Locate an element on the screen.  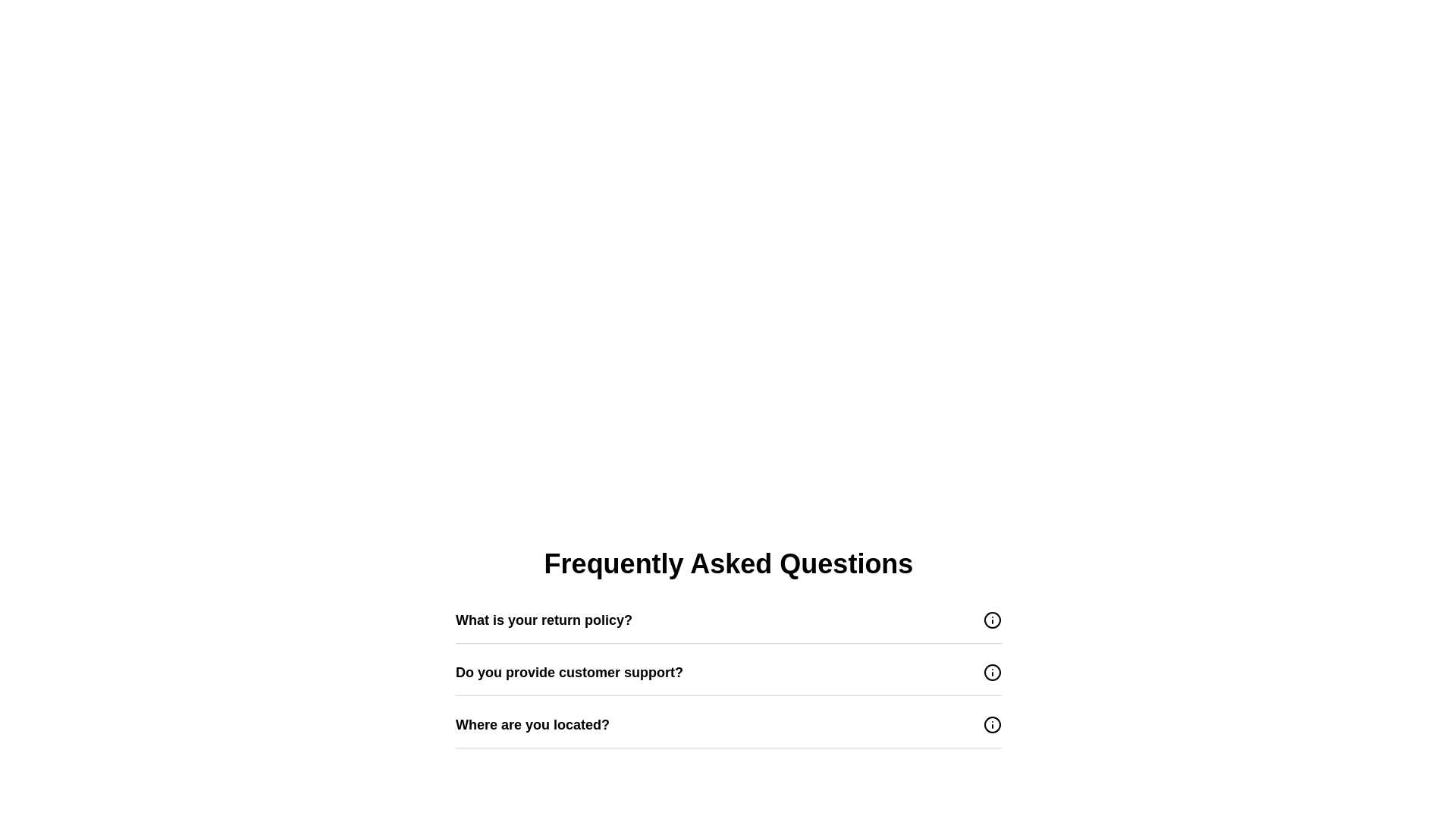
the circular element in the top-right corner of the first FAQ entry, which is part of an SVG icon representing an information icon is located at coordinates (993, 620).